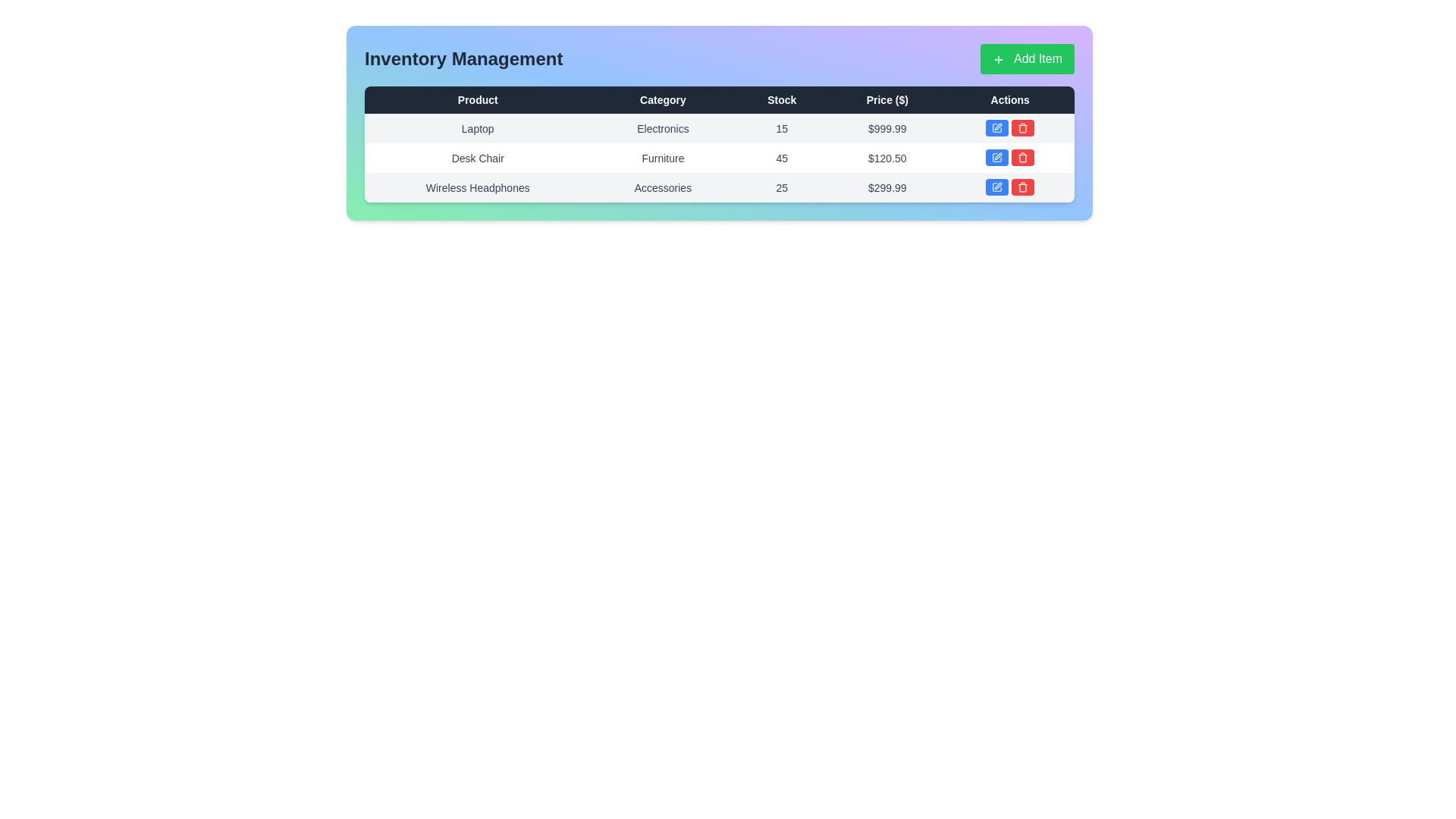 This screenshot has height=819, width=1456. What do you see at coordinates (887, 187) in the screenshot?
I see `the price label for 'Wireless Headphones', which is located in the last row of the Price ($) column in the tabular structure` at bounding box center [887, 187].